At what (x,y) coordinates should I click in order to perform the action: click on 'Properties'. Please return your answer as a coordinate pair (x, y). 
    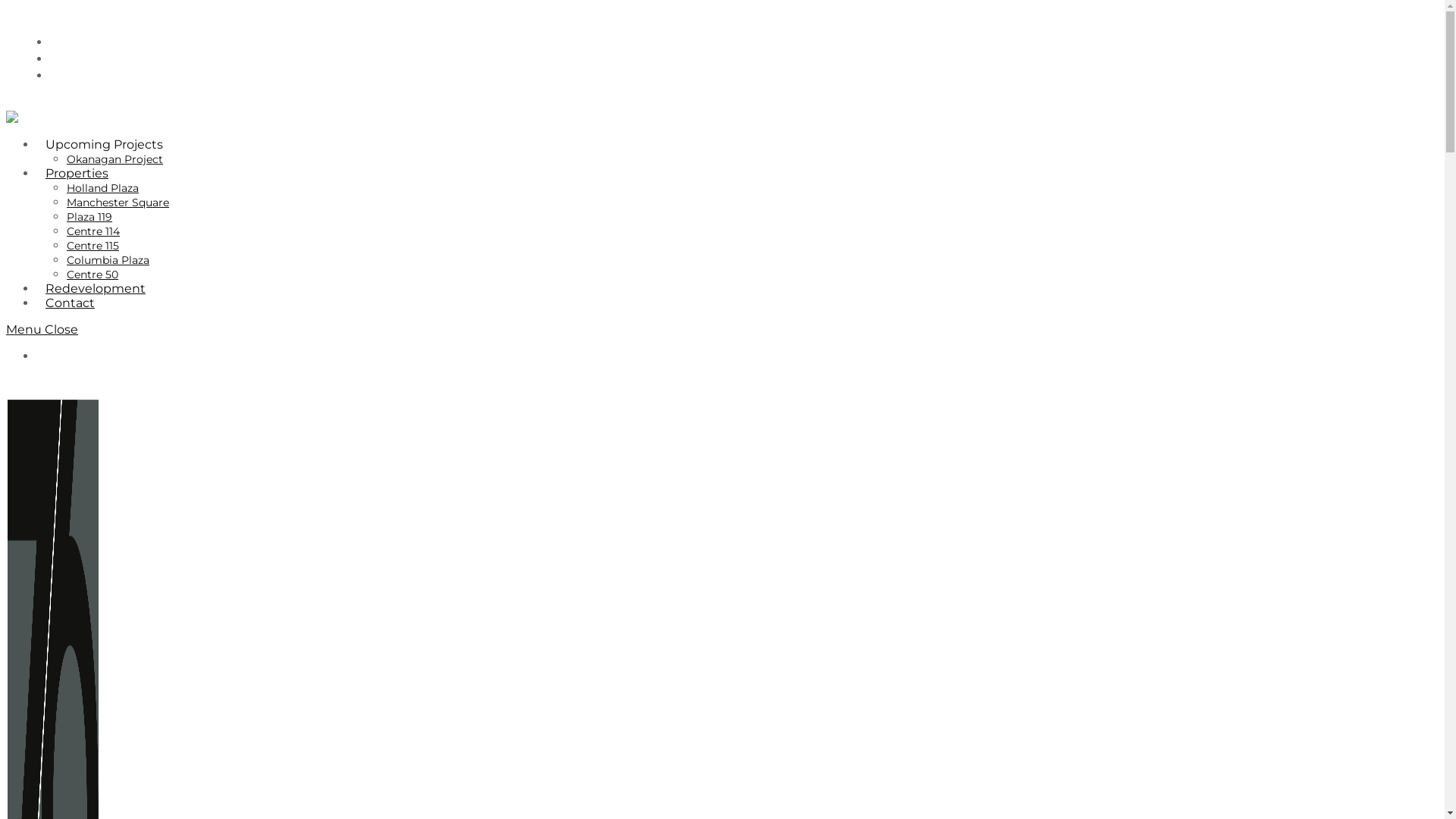
    Looking at the image, I should click on (76, 172).